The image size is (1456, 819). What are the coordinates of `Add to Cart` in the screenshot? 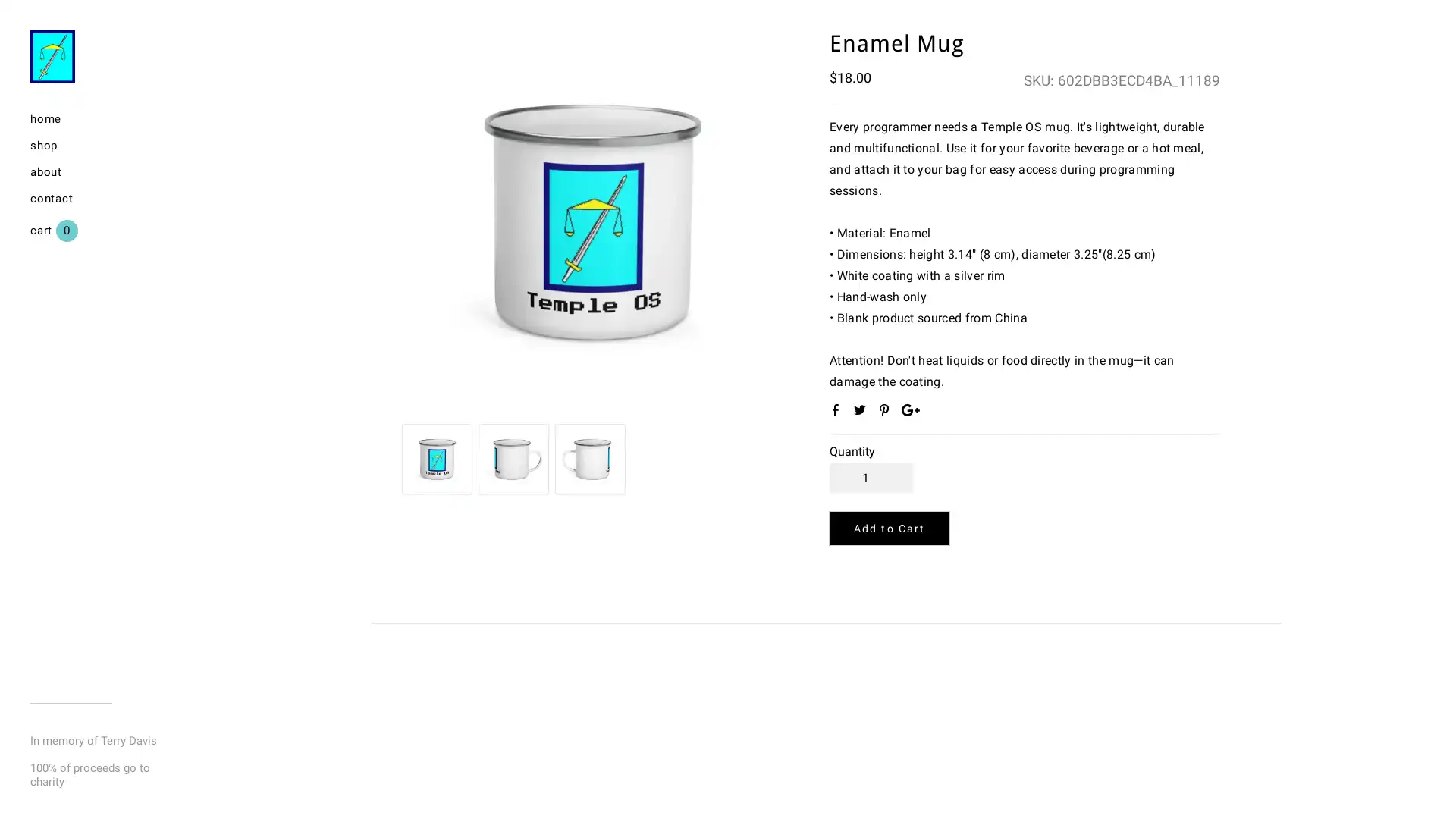 It's located at (889, 528).